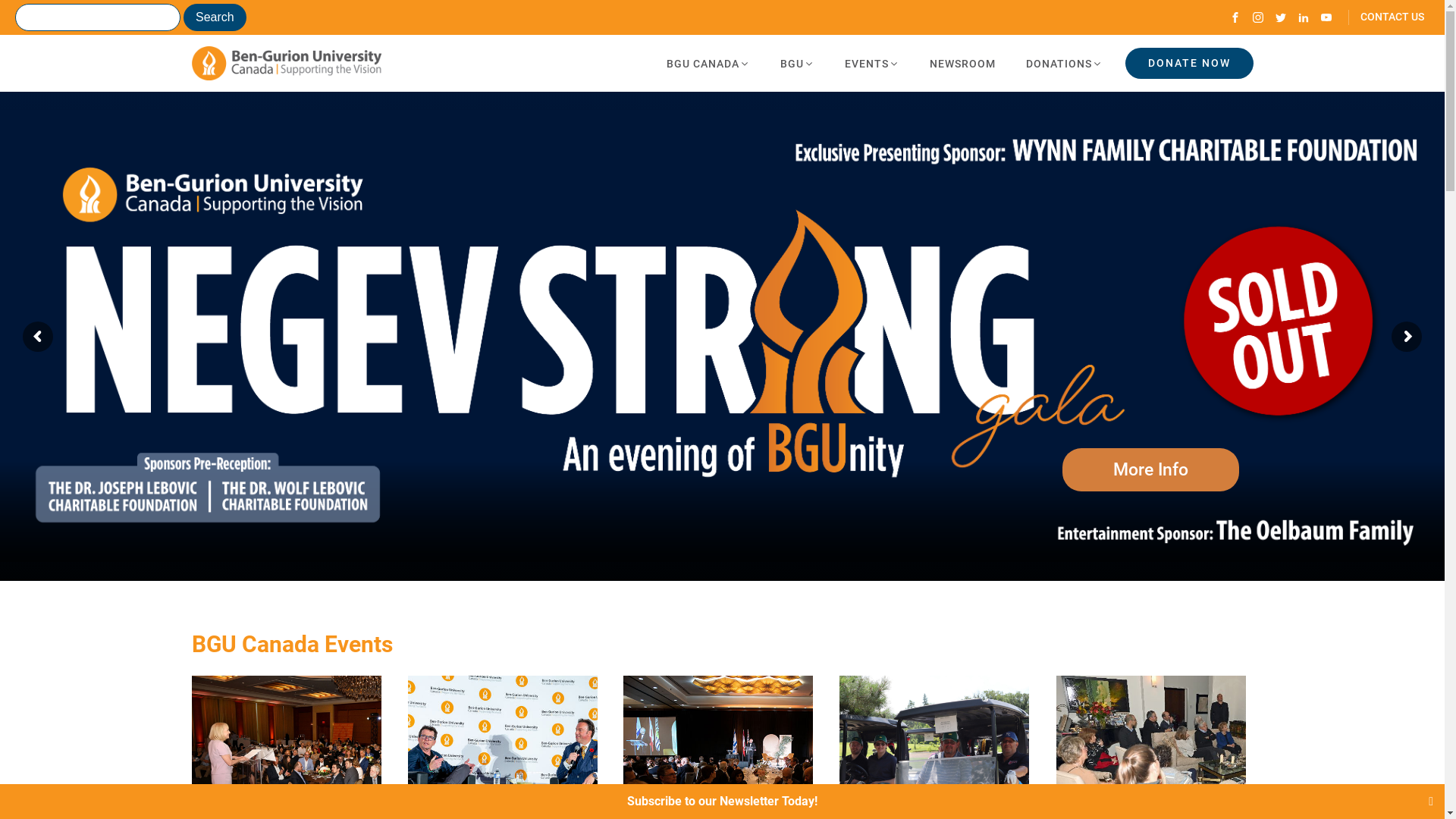 The image size is (1456, 819). What do you see at coordinates (706, 63) in the screenshot?
I see `'BGU CANADA'` at bounding box center [706, 63].